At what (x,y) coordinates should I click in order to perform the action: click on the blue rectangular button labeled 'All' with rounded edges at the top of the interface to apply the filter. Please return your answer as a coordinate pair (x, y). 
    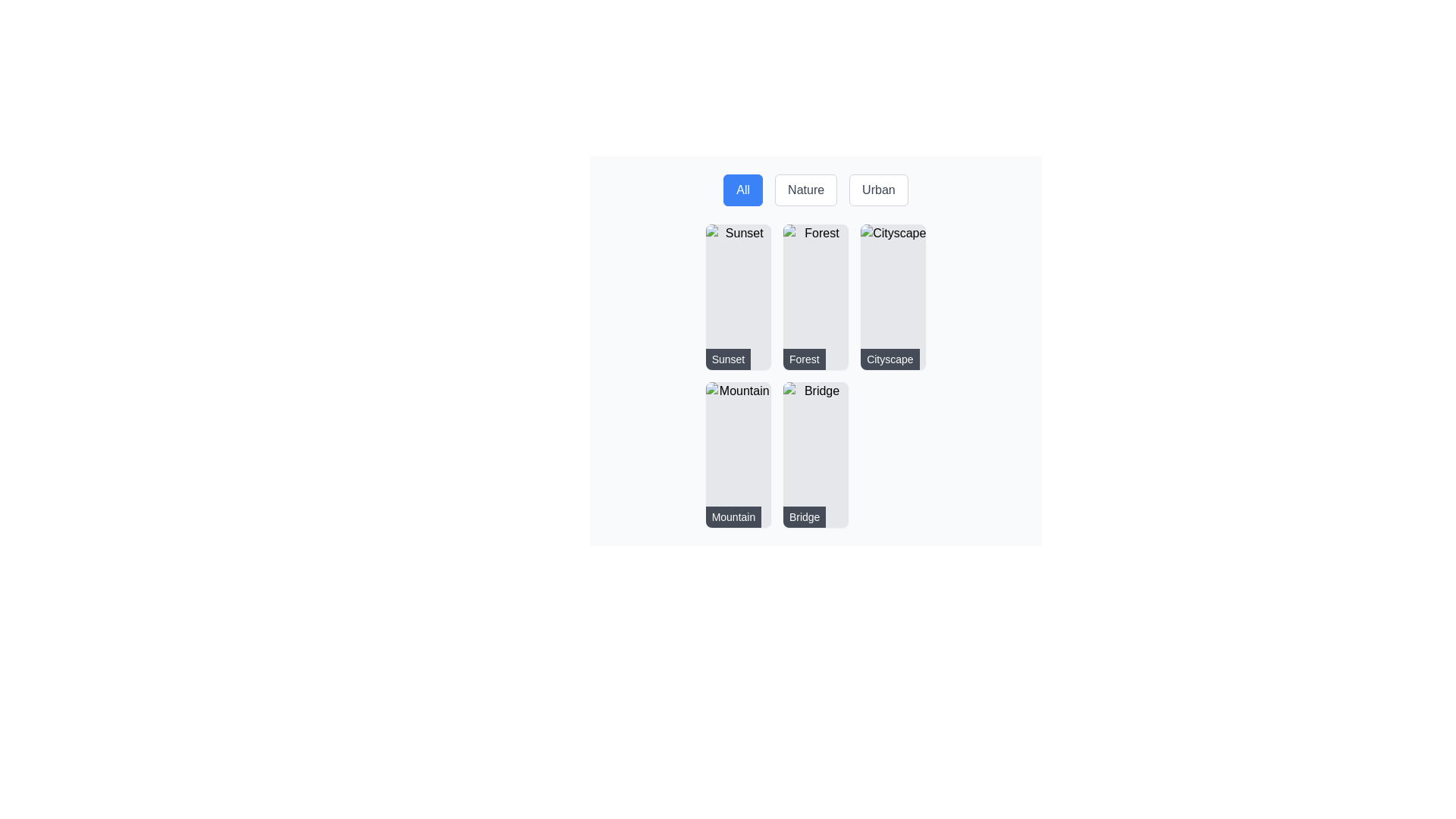
    Looking at the image, I should click on (743, 189).